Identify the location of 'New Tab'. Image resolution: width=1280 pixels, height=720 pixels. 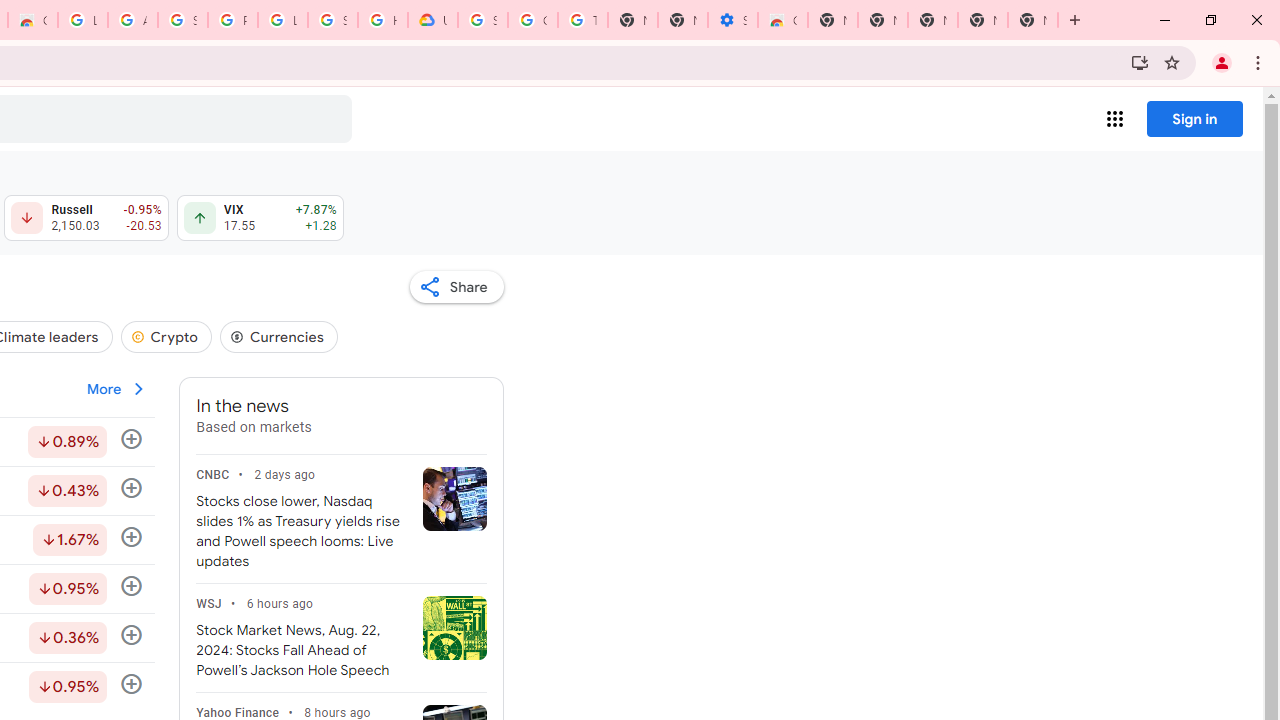
(832, 20).